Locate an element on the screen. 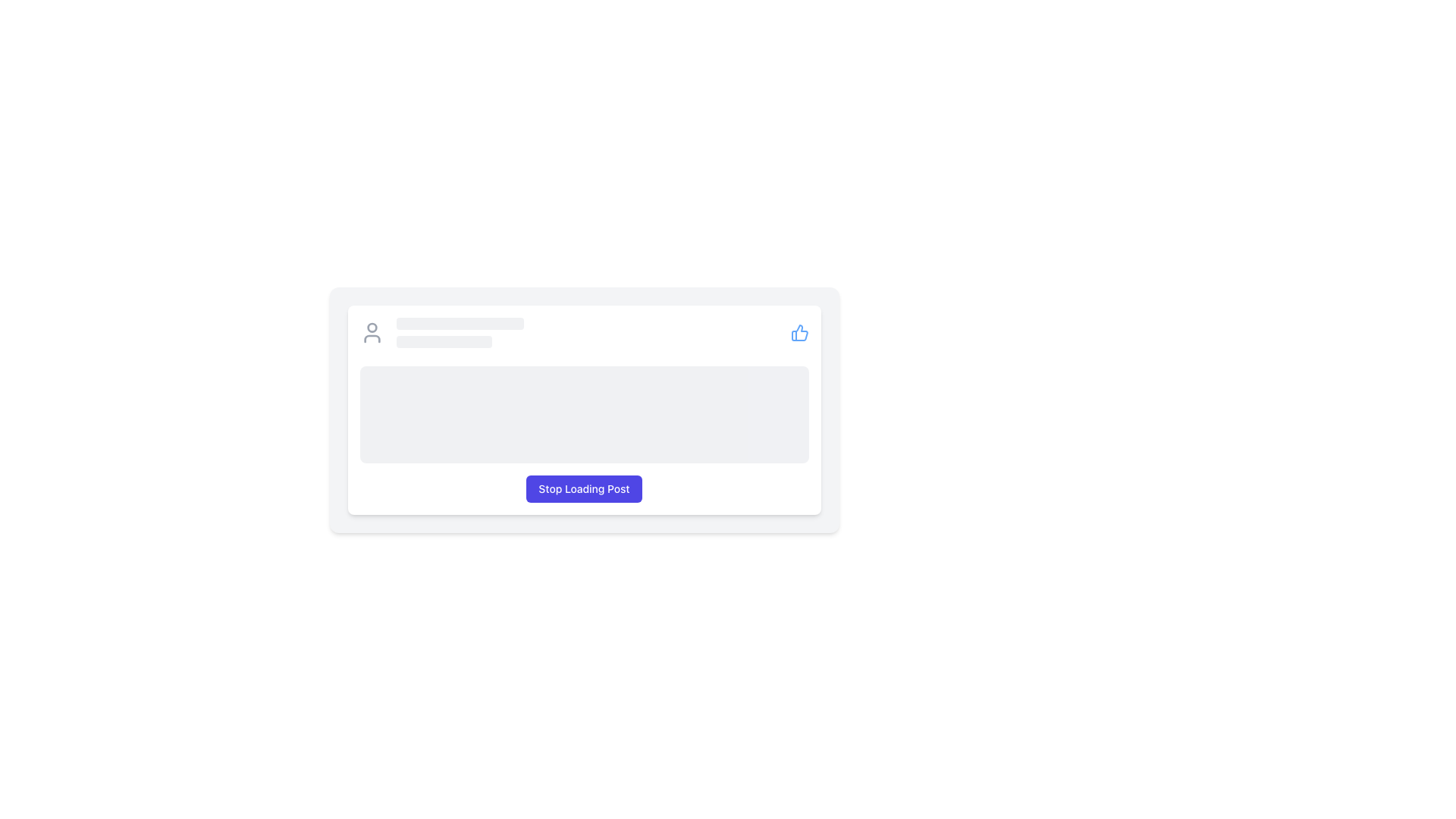 The height and width of the screenshot is (819, 1456). the blue thumbs-up icon located at the top-right corner of the UI panel is located at coordinates (799, 332).